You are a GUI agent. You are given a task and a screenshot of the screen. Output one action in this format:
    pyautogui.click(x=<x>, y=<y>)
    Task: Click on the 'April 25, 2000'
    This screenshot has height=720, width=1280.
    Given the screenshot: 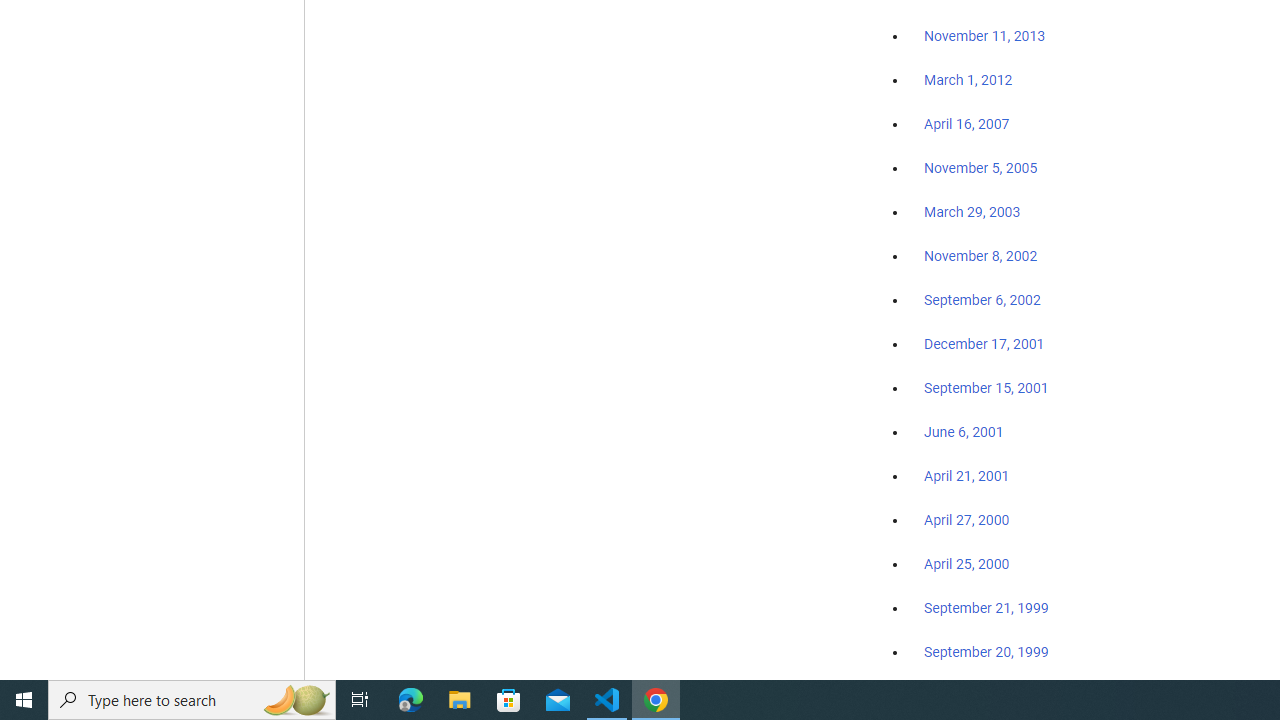 What is the action you would take?
    pyautogui.click(x=967, y=564)
    